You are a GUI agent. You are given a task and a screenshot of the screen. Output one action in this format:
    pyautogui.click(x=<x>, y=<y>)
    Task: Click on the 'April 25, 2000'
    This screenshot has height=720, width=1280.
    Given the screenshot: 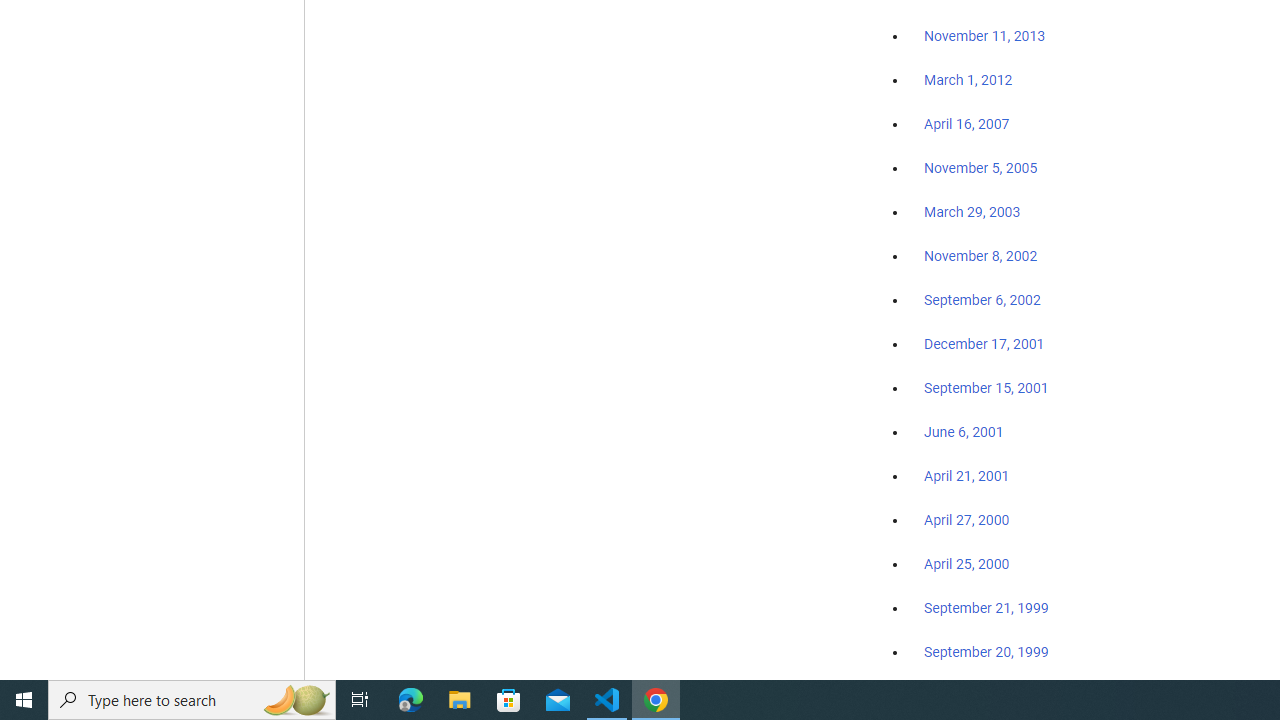 What is the action you would take?
    pyautogui.click(x=967, y=564)
    